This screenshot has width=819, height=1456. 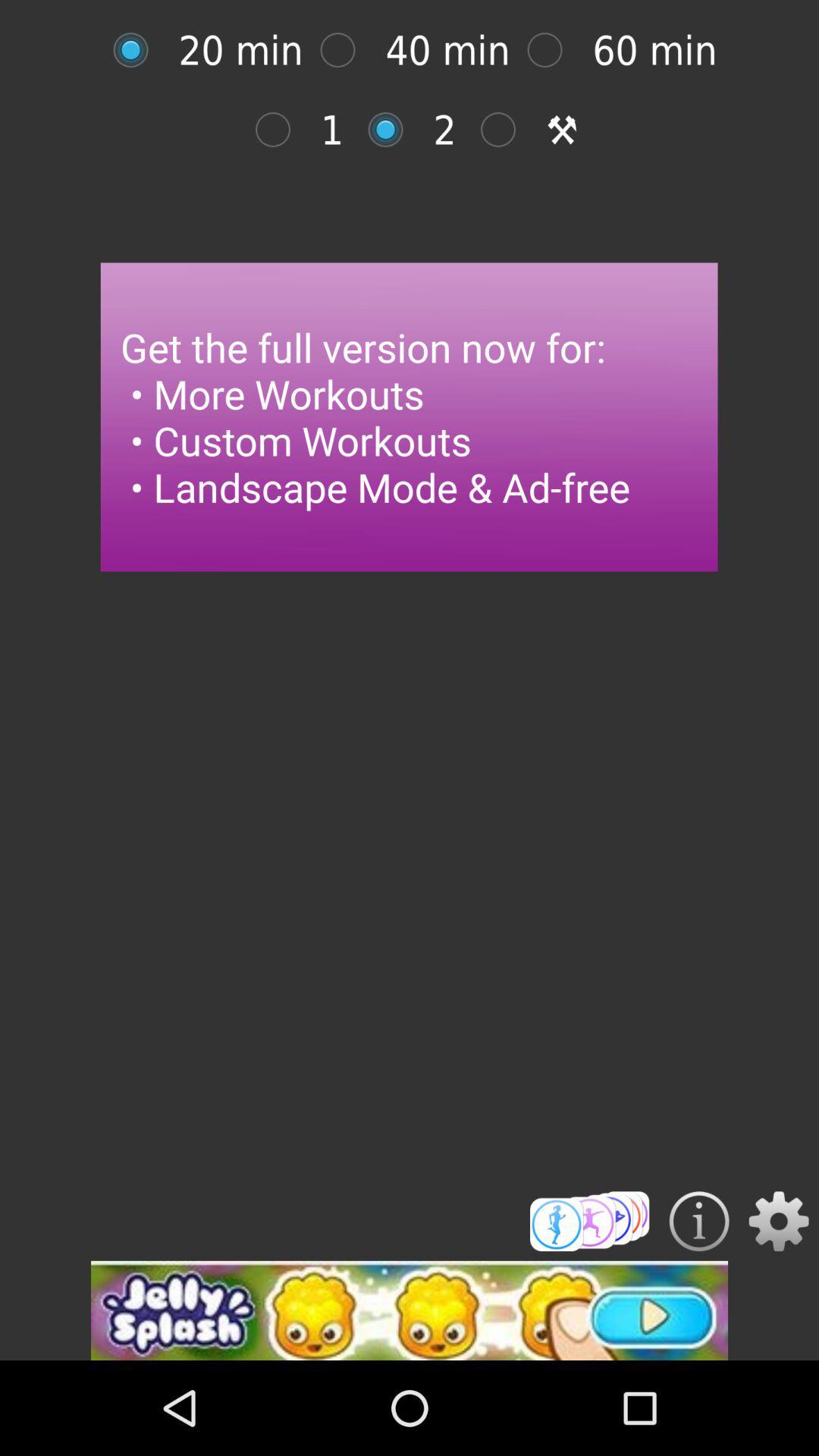 I want to click on mention of option, so click(x=393, y=130).